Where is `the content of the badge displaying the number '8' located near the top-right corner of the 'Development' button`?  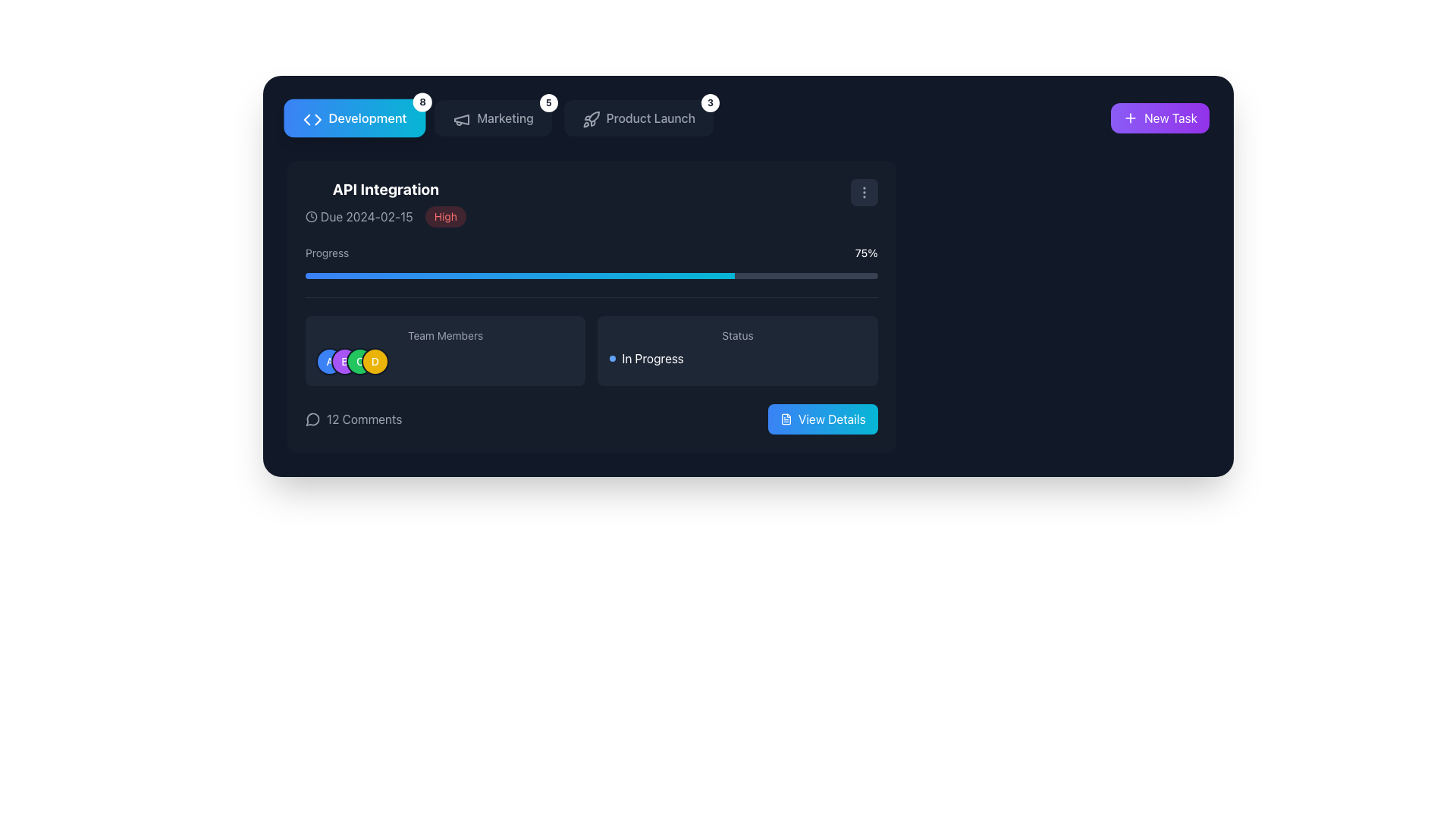 the content of the badge displaying the number '8' located near the top-right corner of the 'Development' button is located at coordinates (422, 102).